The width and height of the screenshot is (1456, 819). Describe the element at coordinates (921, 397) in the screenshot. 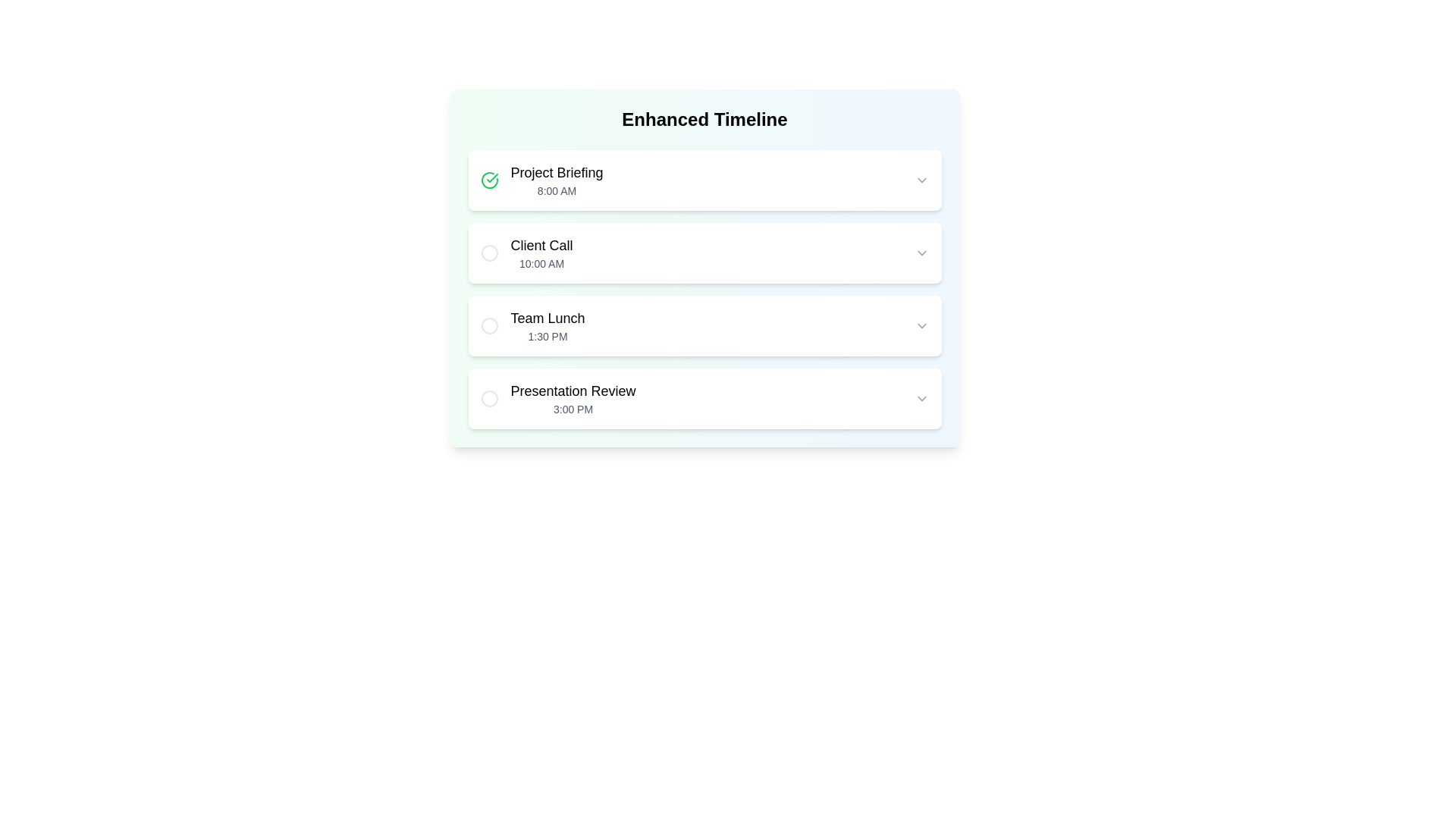

I see `the downward-pointing chevron icon, styled in gray, located at the far right of the 'Presentation Review' row at 3:00 PM to indicate its interactivity` at that location.